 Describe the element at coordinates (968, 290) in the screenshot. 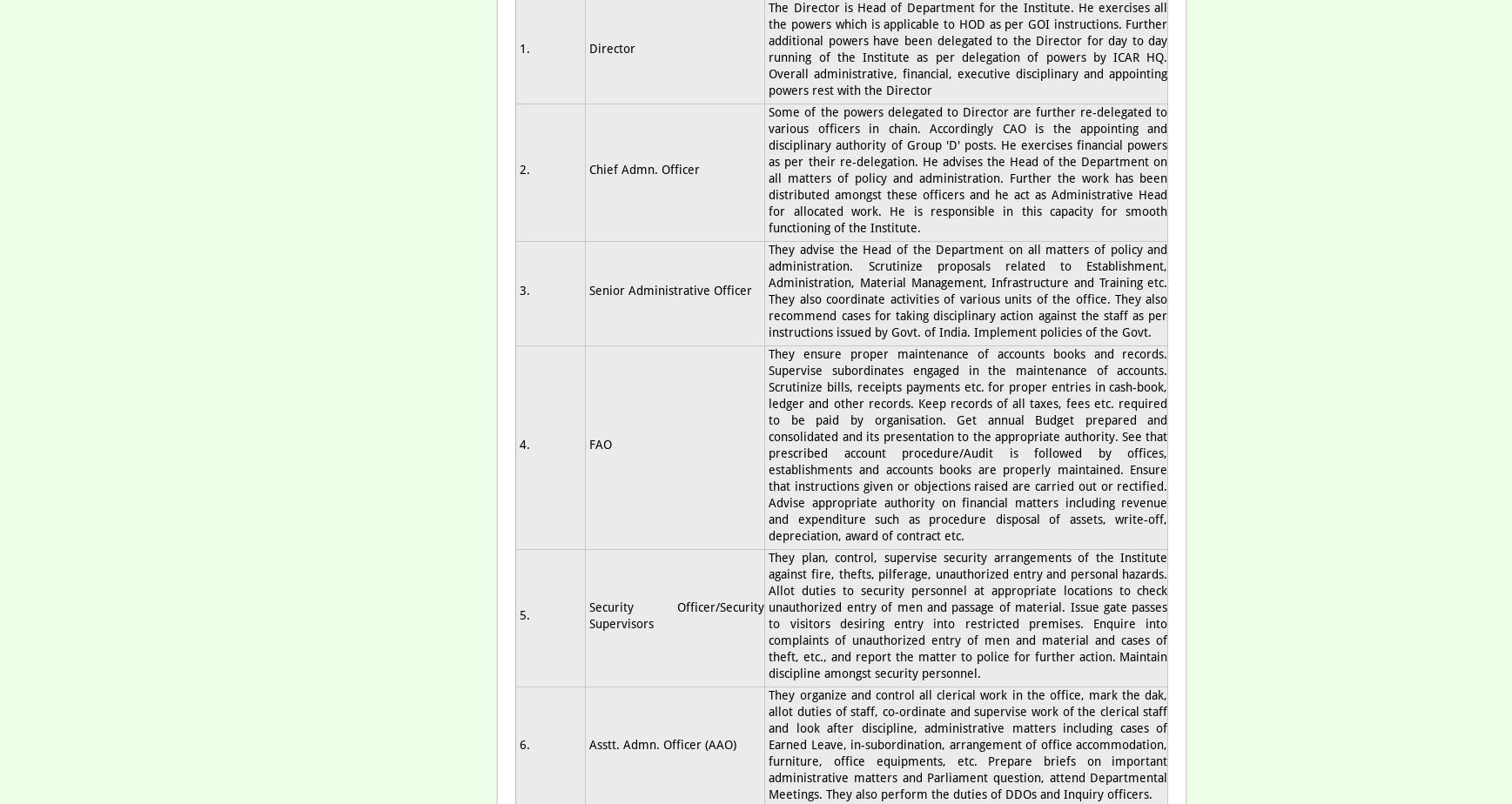

I see `'They advise the Head of the Department on all matters of policy and administration. Scrutinize proposals related to Establishment, Administration, Material Management, Infrastructure and Training etc. They also coordinate activities of various units of the office. They also recommend cases for taking disciplinary action against the staff as per instructions issued by Govt. of India. Implement policies of the Govt.'` at that location.